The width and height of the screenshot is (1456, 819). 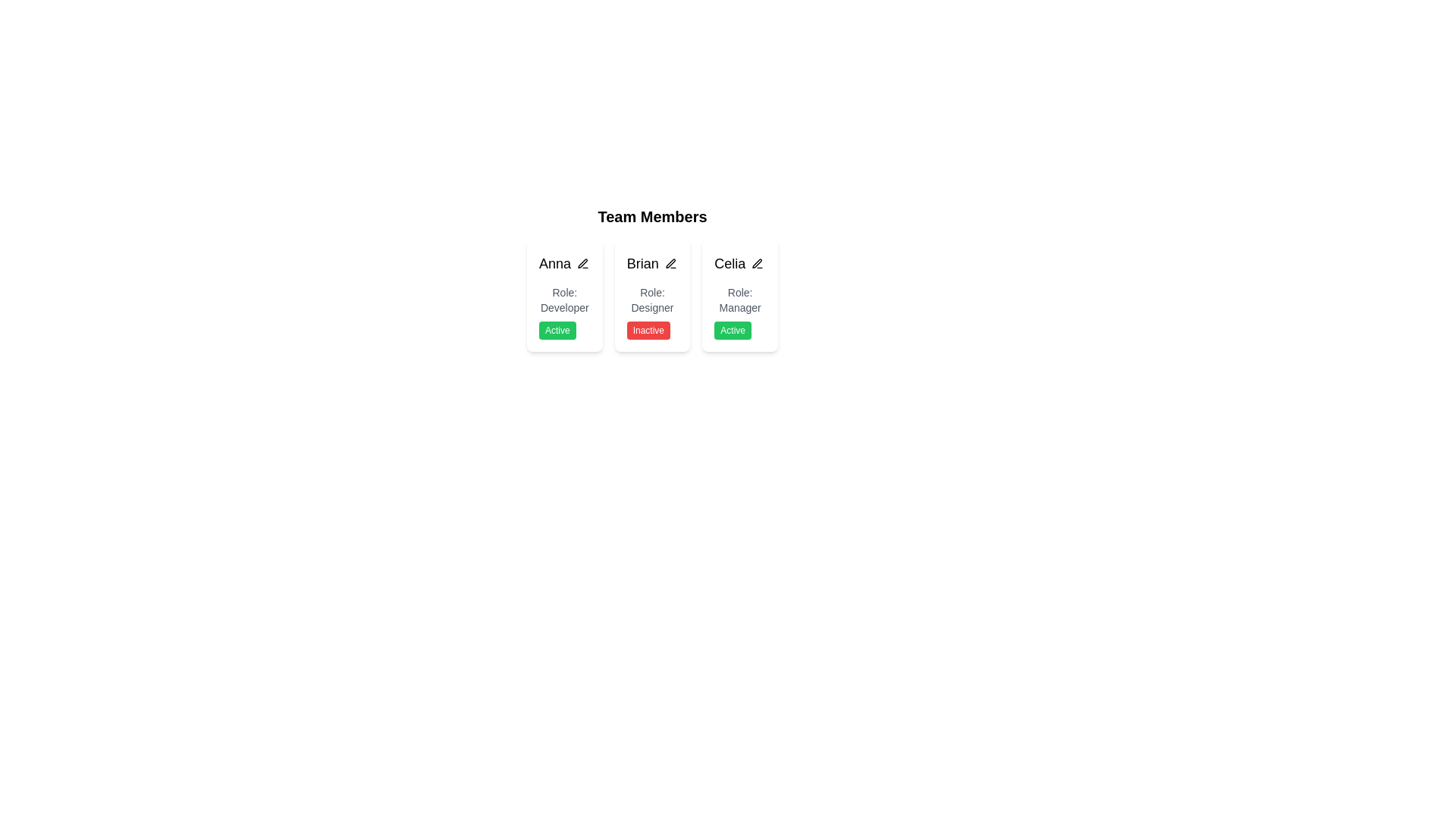 What do you see at coordinates (652, 300) in the screenshot?
I see `the Text Label indicating the role designation 'Designer' associated with 'Brian', located below 'Brian' and above the badge 'Inactive' in the 'Team Members' section` at bounding box center [652, 300].